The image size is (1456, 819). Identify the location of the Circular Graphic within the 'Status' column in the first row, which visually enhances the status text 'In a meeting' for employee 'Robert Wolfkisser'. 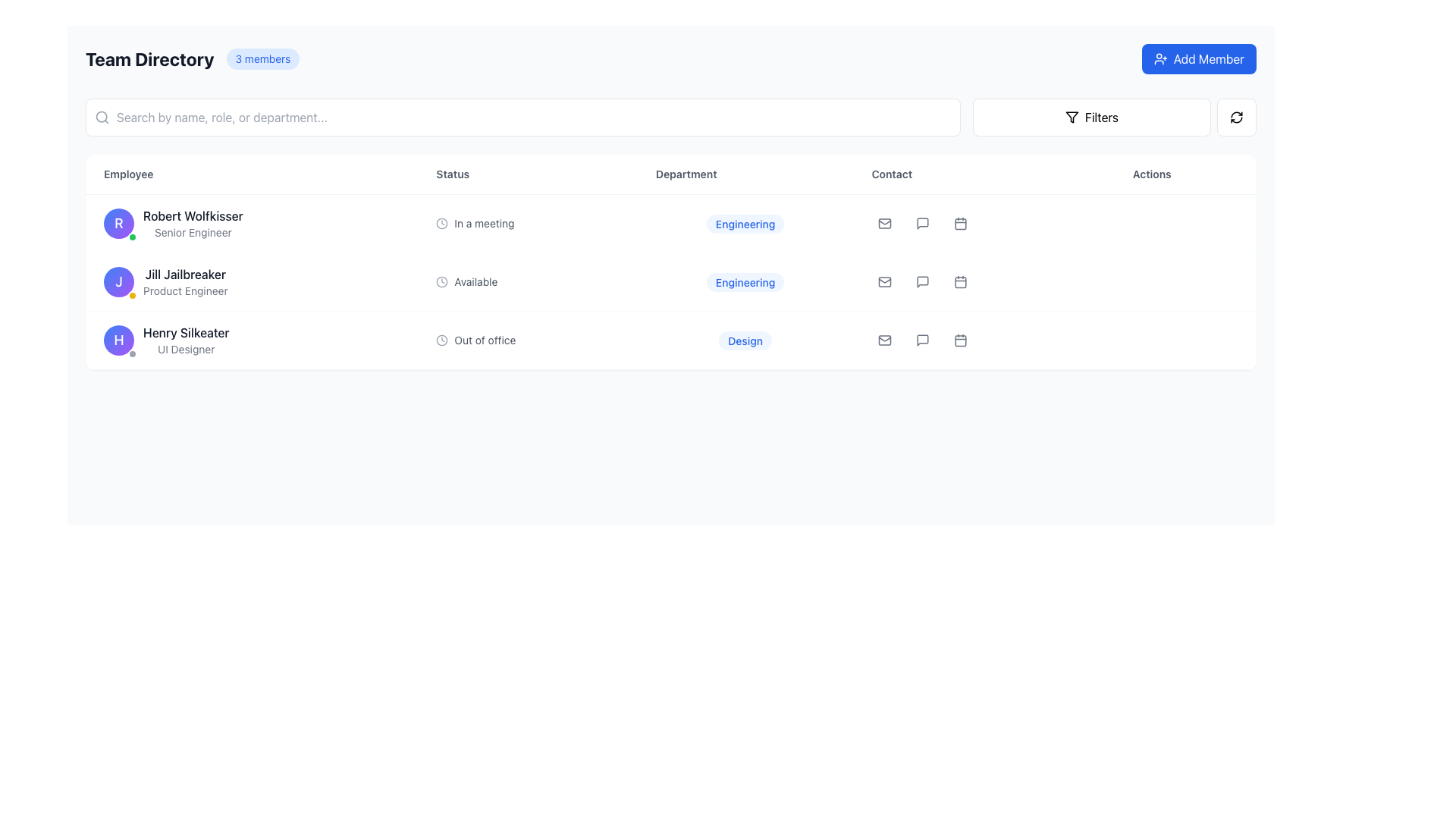
(441, 223).